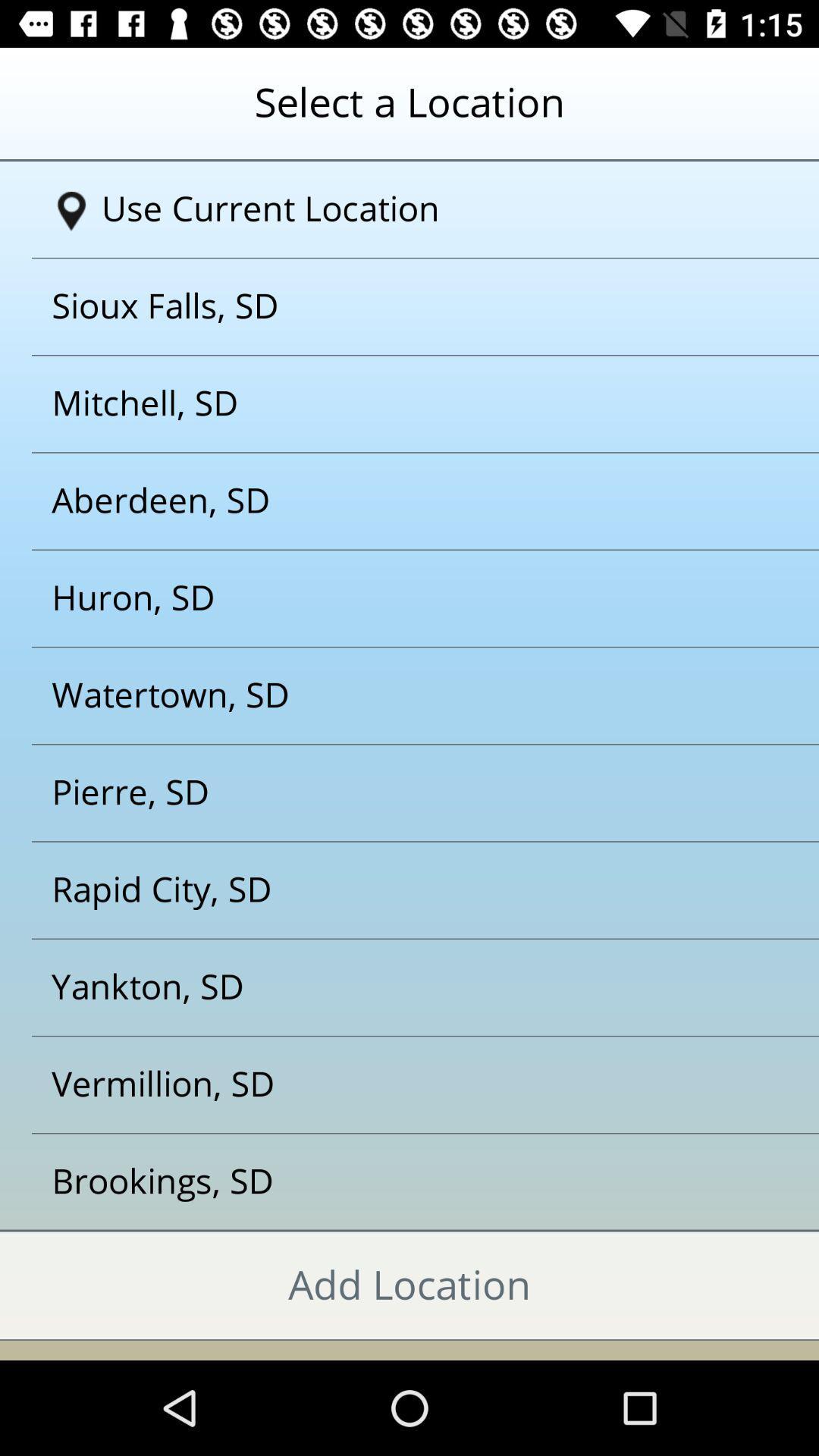  Describe the element at coordinates (390, 1181) in the screenshot. I see `it is clickable` at that location.